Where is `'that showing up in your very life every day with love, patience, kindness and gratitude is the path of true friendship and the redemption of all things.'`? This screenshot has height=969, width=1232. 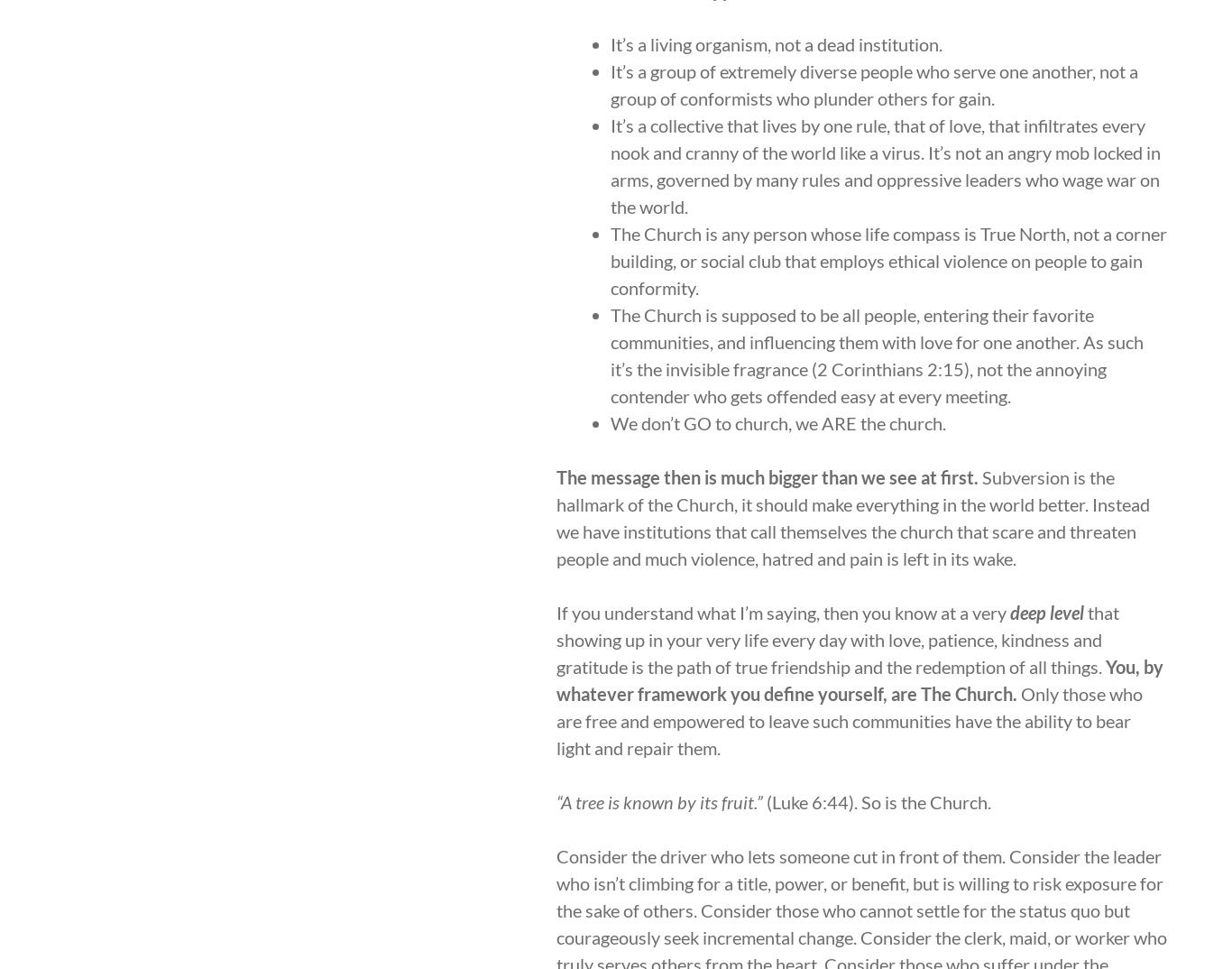 'that showing up in your very life every day with love, patience, kindness and gratitude is the path of true friendship and the redemption of all things.' is located at coordinates (838, 639).